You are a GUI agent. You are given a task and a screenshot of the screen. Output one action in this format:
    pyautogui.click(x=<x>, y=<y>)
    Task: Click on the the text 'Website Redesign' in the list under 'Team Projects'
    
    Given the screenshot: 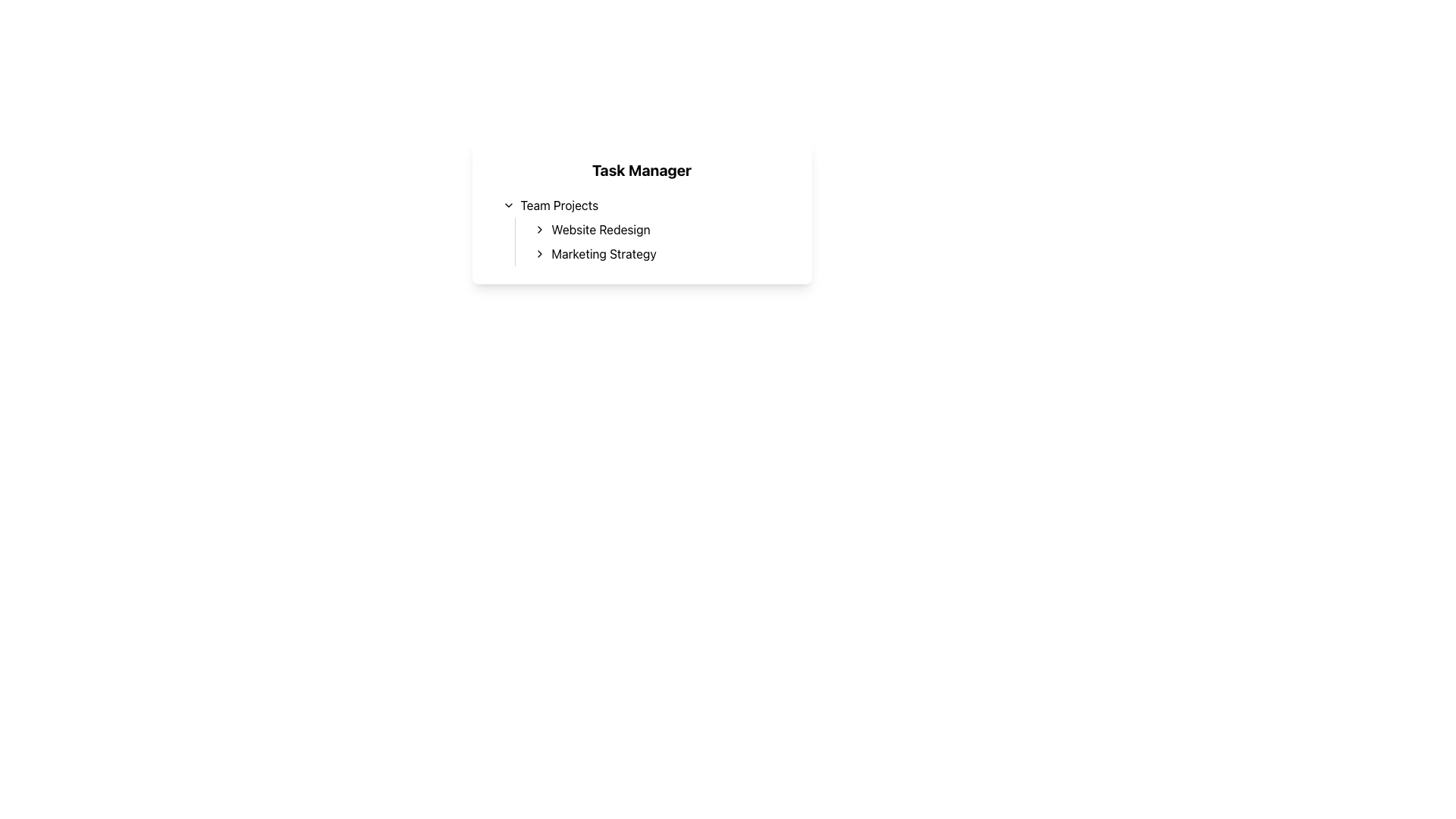 What is the action you would take?
    pyautogui.click(x=600, y=230)
    